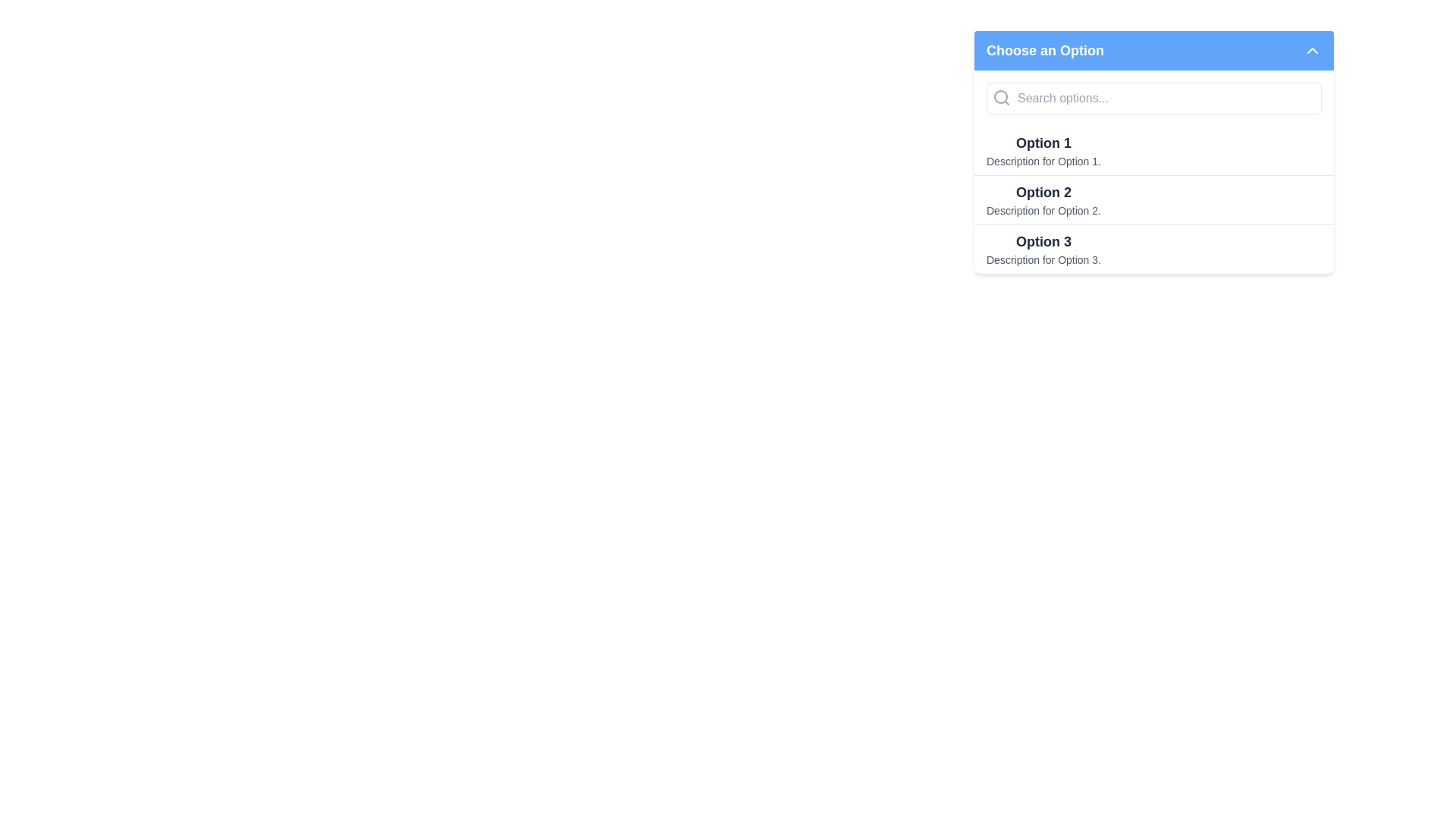 This screenshot has width=1456, height=819. What do you see at coordinates (1043, 161) in the screenshot?
I see `the descriptive text element that provides additional information about 'Option 1' located inside the 'Choose an Option' dropdown menu` at bounding box center [1043, 161].